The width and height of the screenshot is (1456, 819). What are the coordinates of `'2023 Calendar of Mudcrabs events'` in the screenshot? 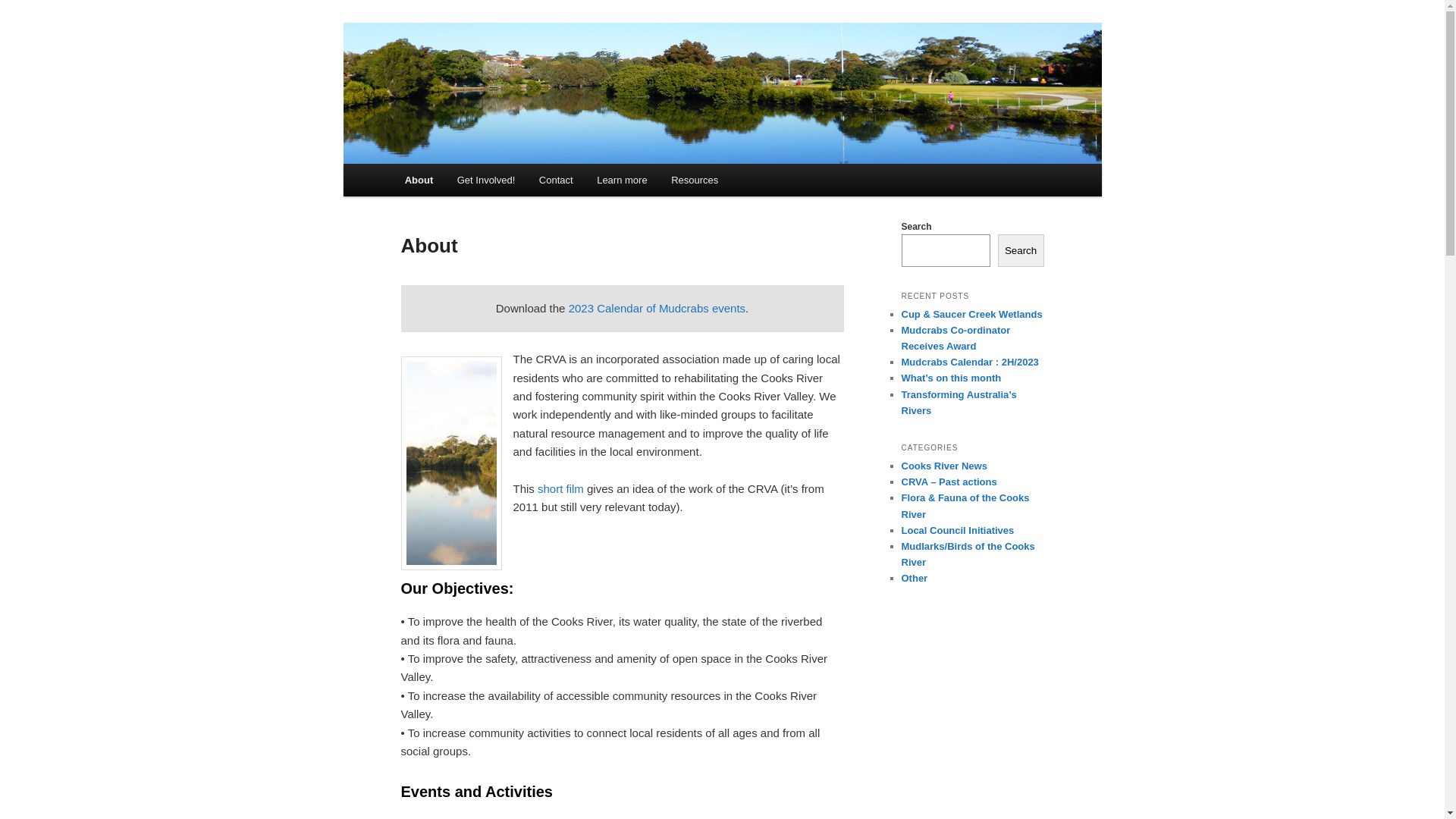 It's located at (657, 307).